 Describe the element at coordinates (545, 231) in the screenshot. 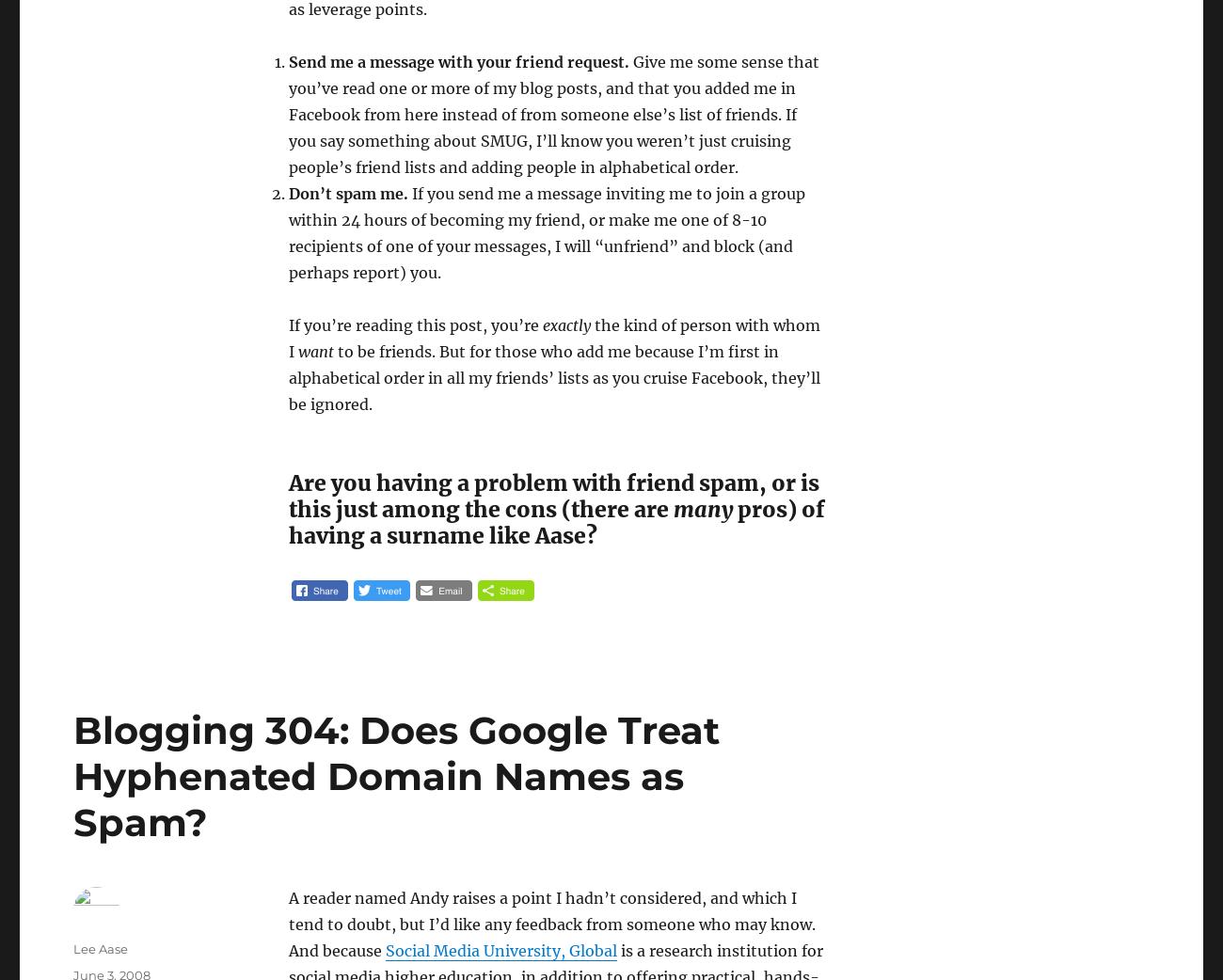

I see `'If you send me a message inviting me to join a group within 24 hours of becoming my friend, or make me one of 8-10 recipients of one of your messages, I will “unfriend” and block (and perhaps report) you.'` at that location.